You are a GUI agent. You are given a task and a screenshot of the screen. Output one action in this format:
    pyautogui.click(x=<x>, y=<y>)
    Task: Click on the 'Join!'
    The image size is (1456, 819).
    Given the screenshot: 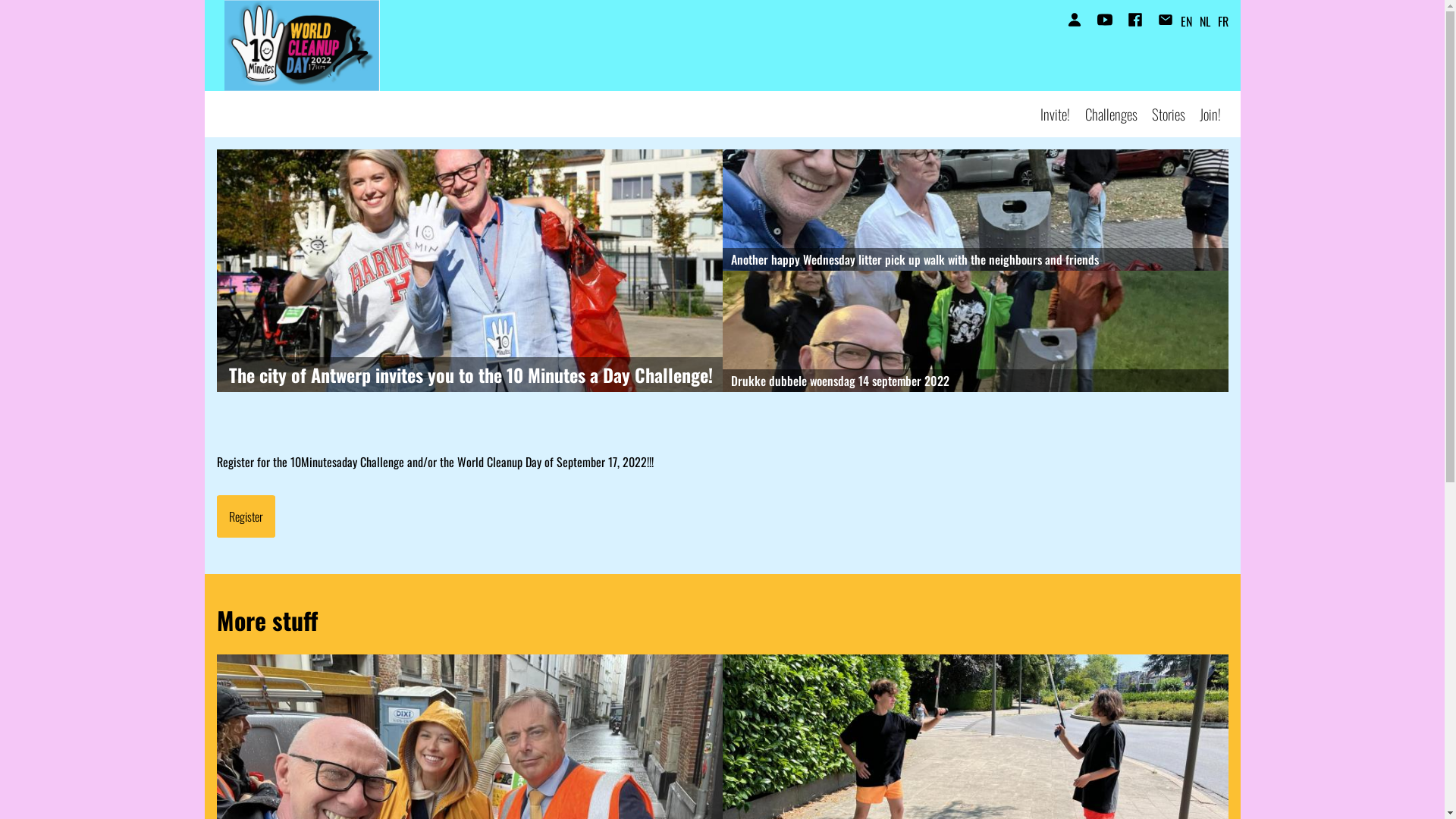 What is the action you would take?
    pyautogui.click(x=1210, y=113)
    